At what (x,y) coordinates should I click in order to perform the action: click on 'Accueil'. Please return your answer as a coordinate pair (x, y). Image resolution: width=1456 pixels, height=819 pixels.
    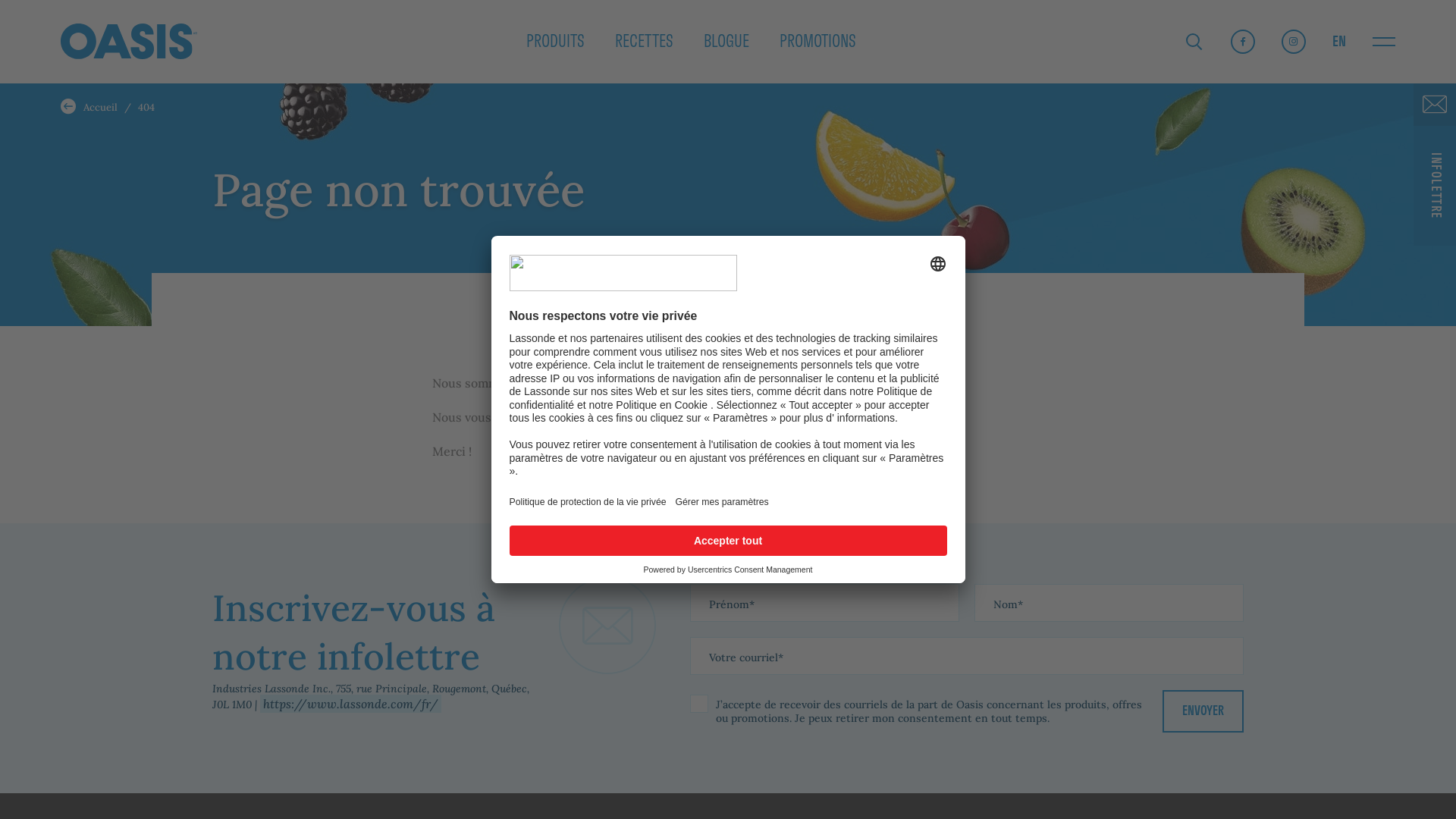
    Looking at the image, I should click on (71, 105).